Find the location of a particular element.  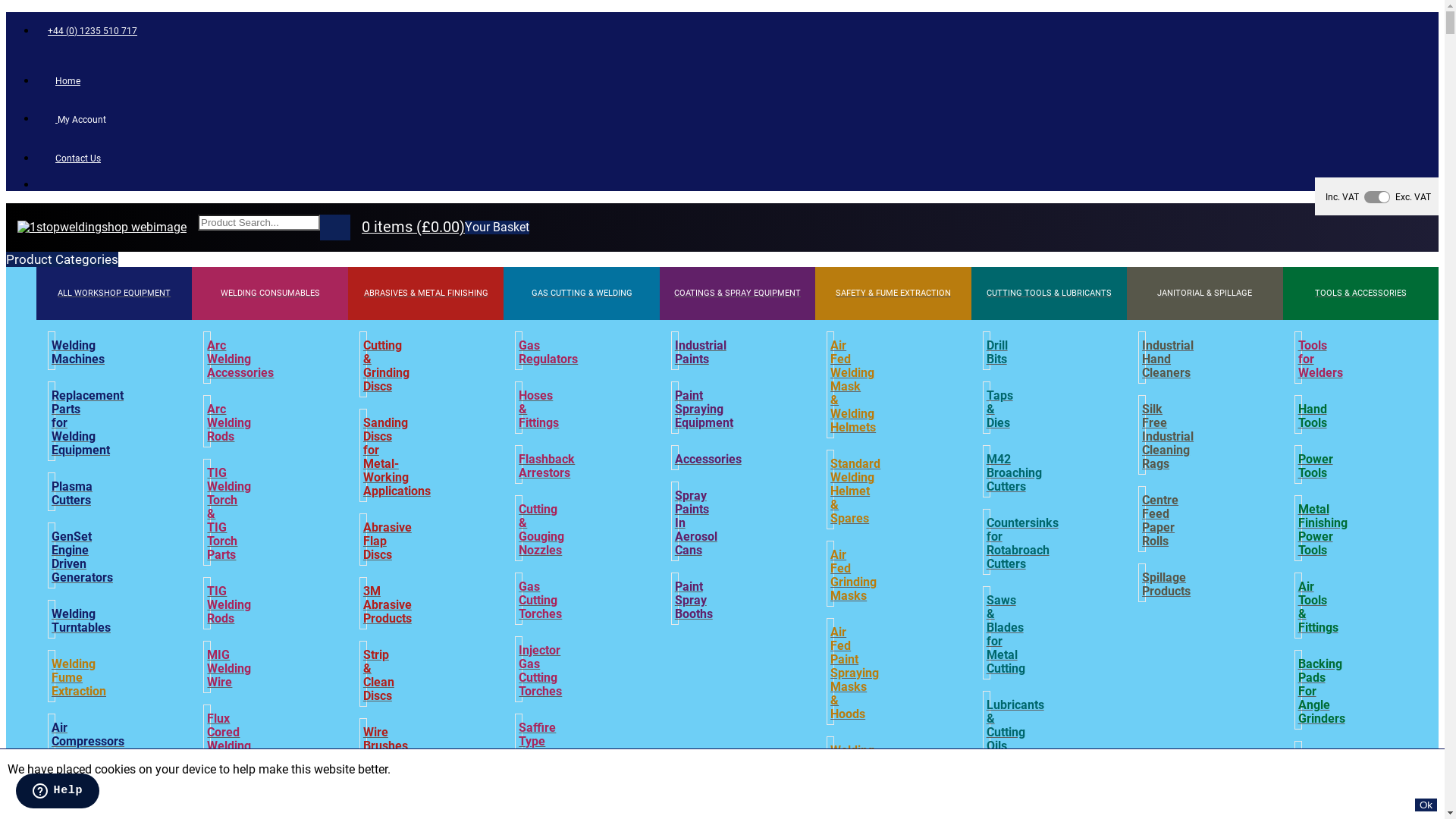

'Industrial Hand Cleaners' is located at coordinates (1167, 359).